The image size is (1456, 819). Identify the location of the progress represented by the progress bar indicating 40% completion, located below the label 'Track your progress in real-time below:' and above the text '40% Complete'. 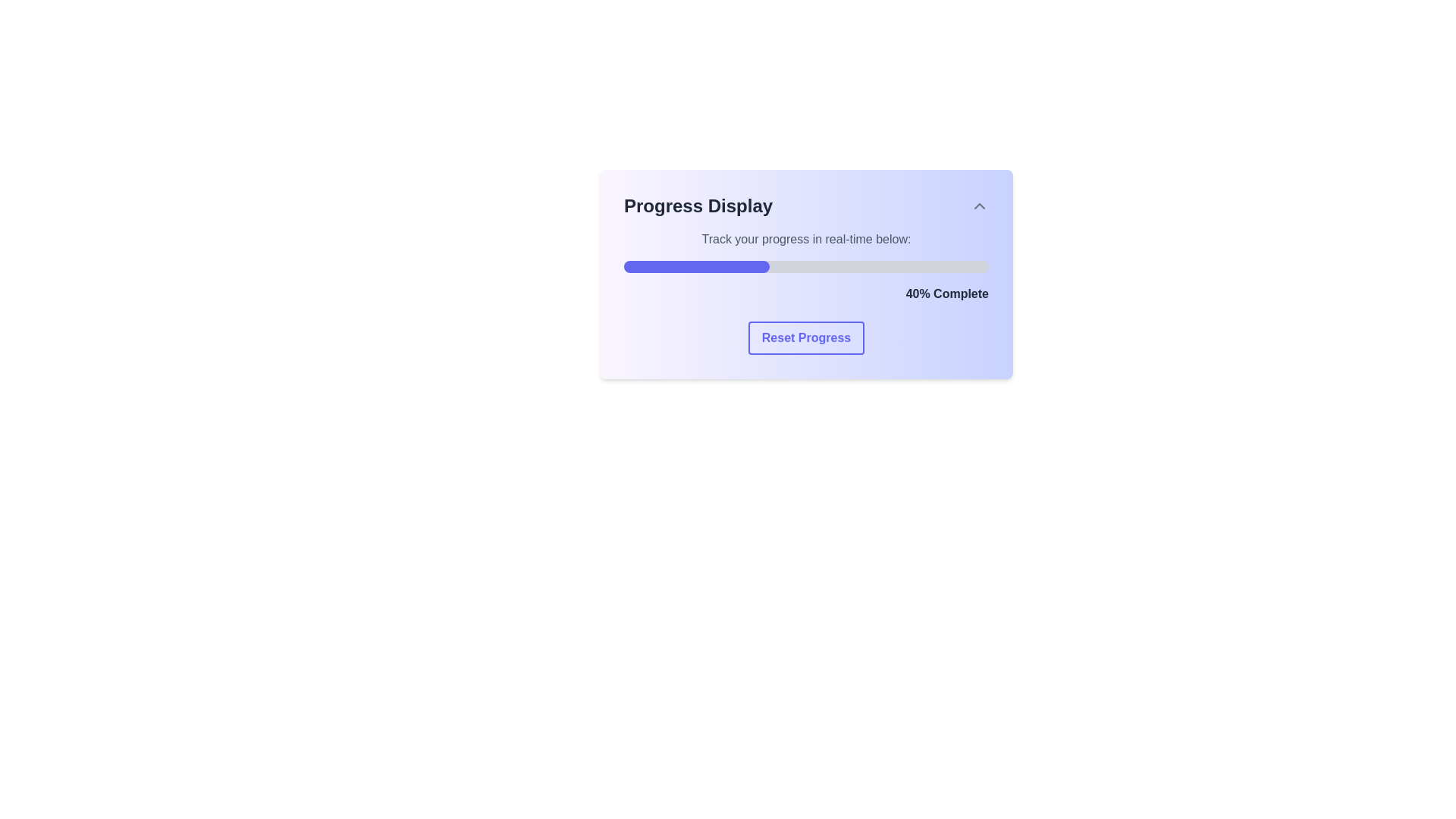
(805, 265).